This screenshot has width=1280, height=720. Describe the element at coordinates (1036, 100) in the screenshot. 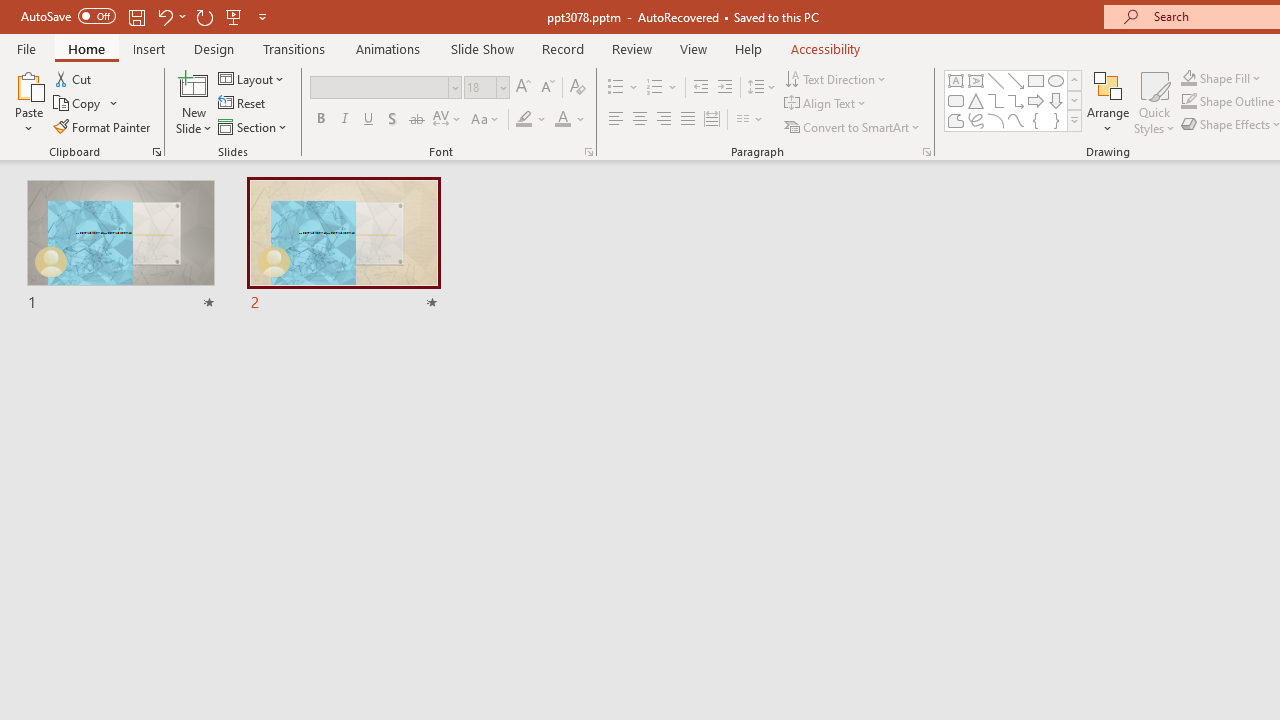

I see `'Arrow: Right'` at that location.